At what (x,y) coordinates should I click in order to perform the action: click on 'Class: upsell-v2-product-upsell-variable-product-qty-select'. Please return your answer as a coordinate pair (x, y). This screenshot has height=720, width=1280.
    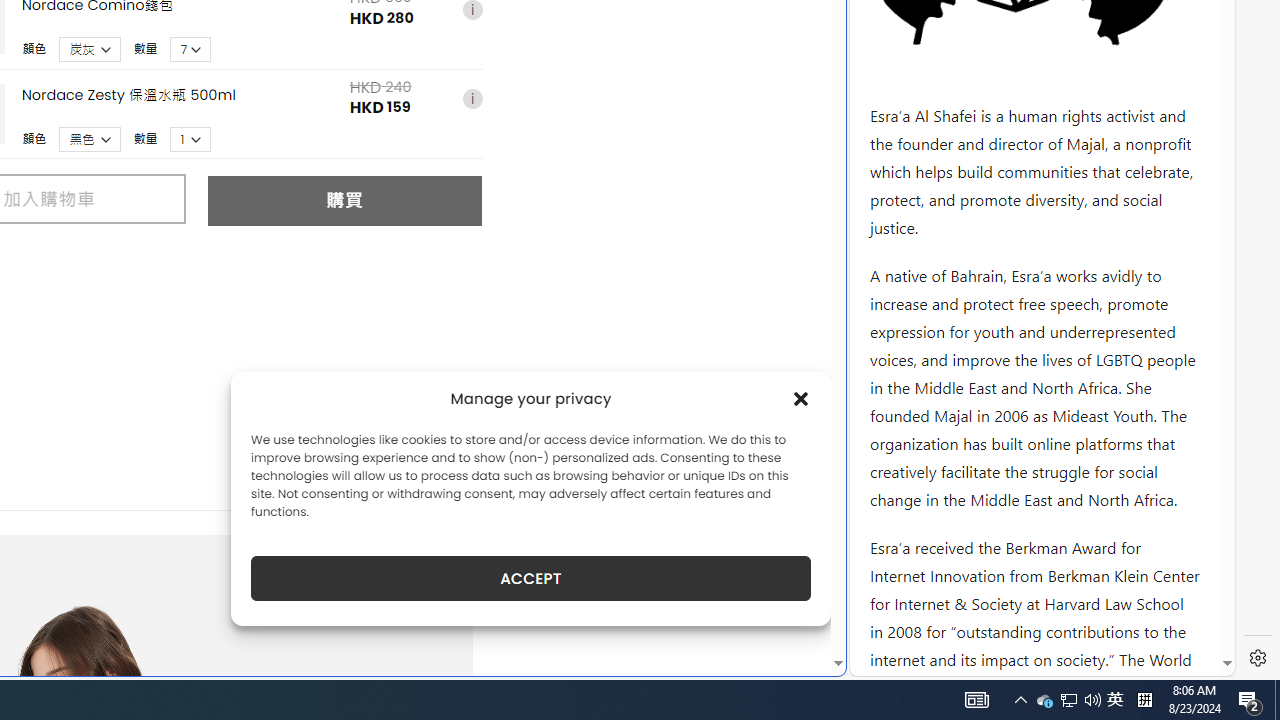
    Looking at the image, I should click on (191, 138).